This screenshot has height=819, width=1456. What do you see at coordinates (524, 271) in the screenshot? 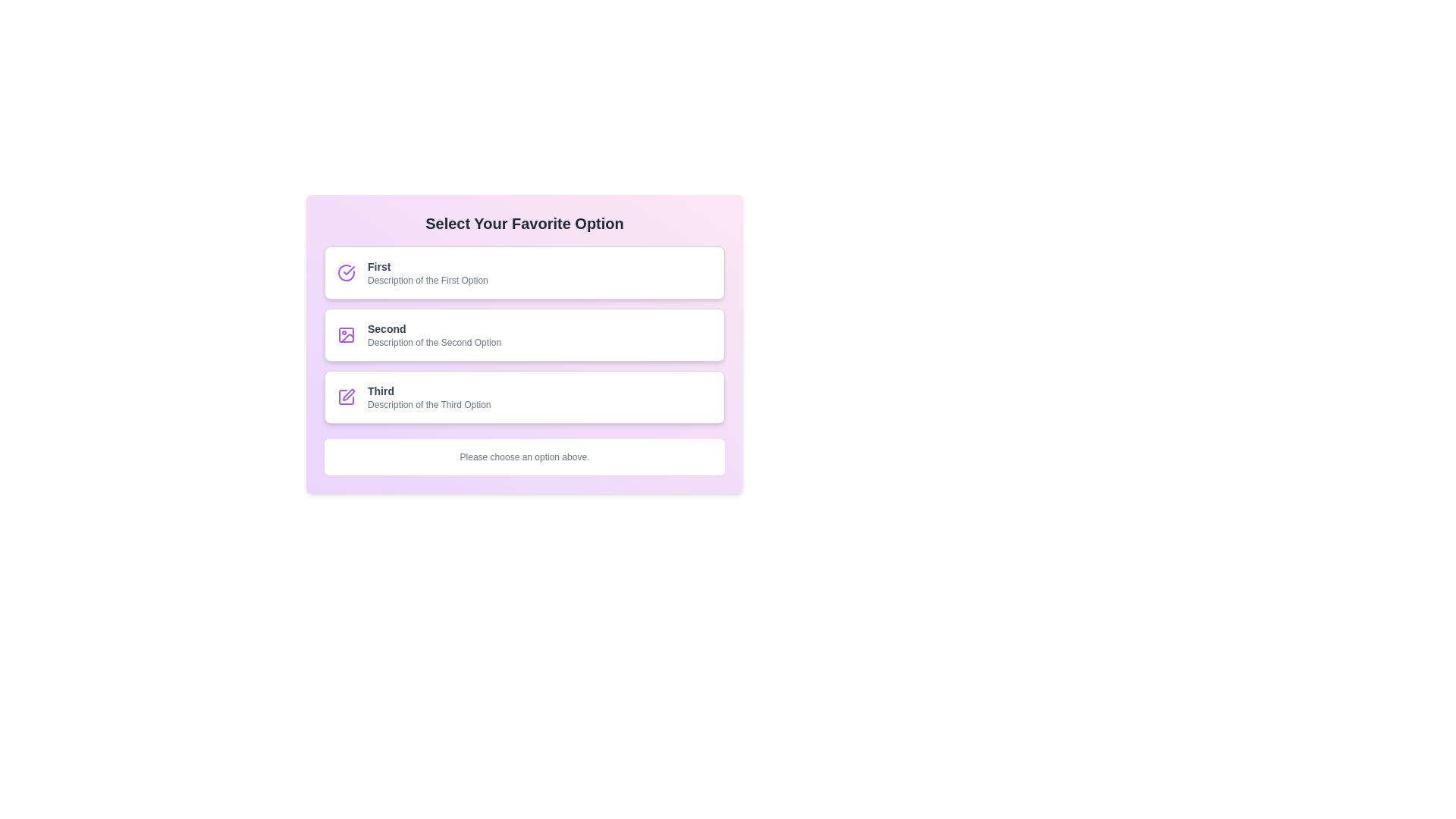
I see `the first selectable list item, which has a white background, a bold title 'First', and a description 'Description of the First Option'` at bounding box center [524, 271].